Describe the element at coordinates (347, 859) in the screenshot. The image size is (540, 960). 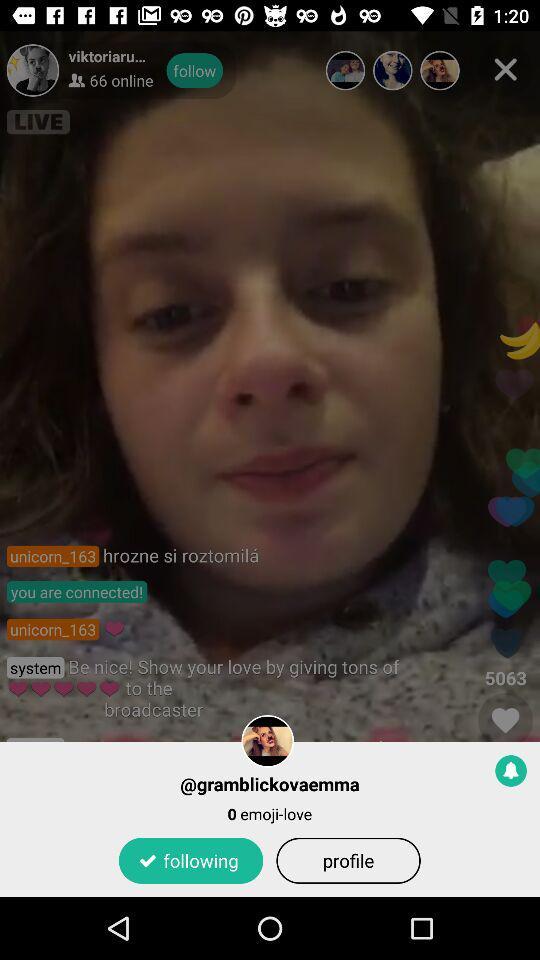
I see `icon next to the following app` at that location.